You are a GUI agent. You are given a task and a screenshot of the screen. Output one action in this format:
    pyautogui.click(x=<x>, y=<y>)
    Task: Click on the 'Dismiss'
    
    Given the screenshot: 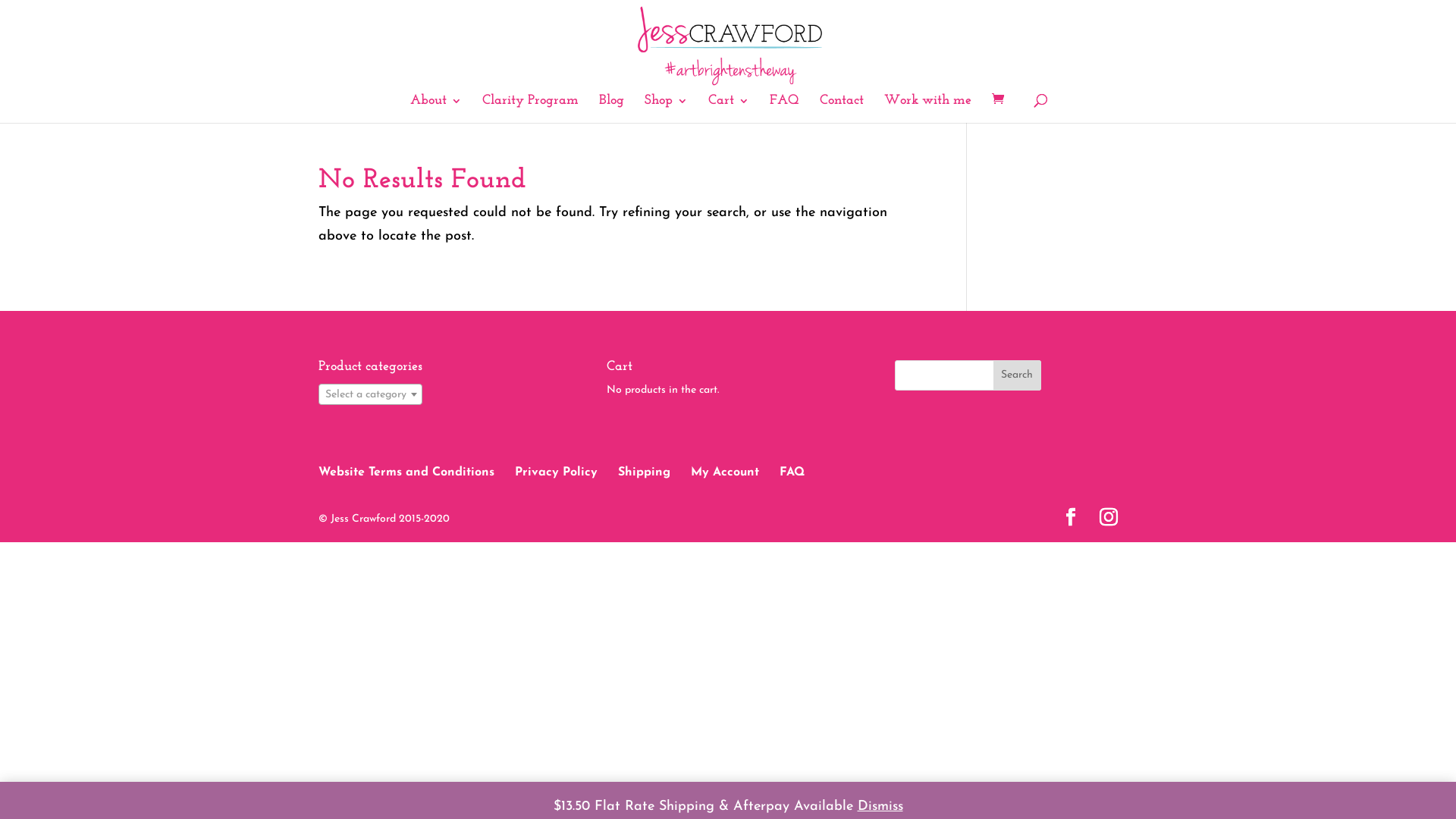 What is the action you would take?
    pyautogui.click(x=880, y=805)
    